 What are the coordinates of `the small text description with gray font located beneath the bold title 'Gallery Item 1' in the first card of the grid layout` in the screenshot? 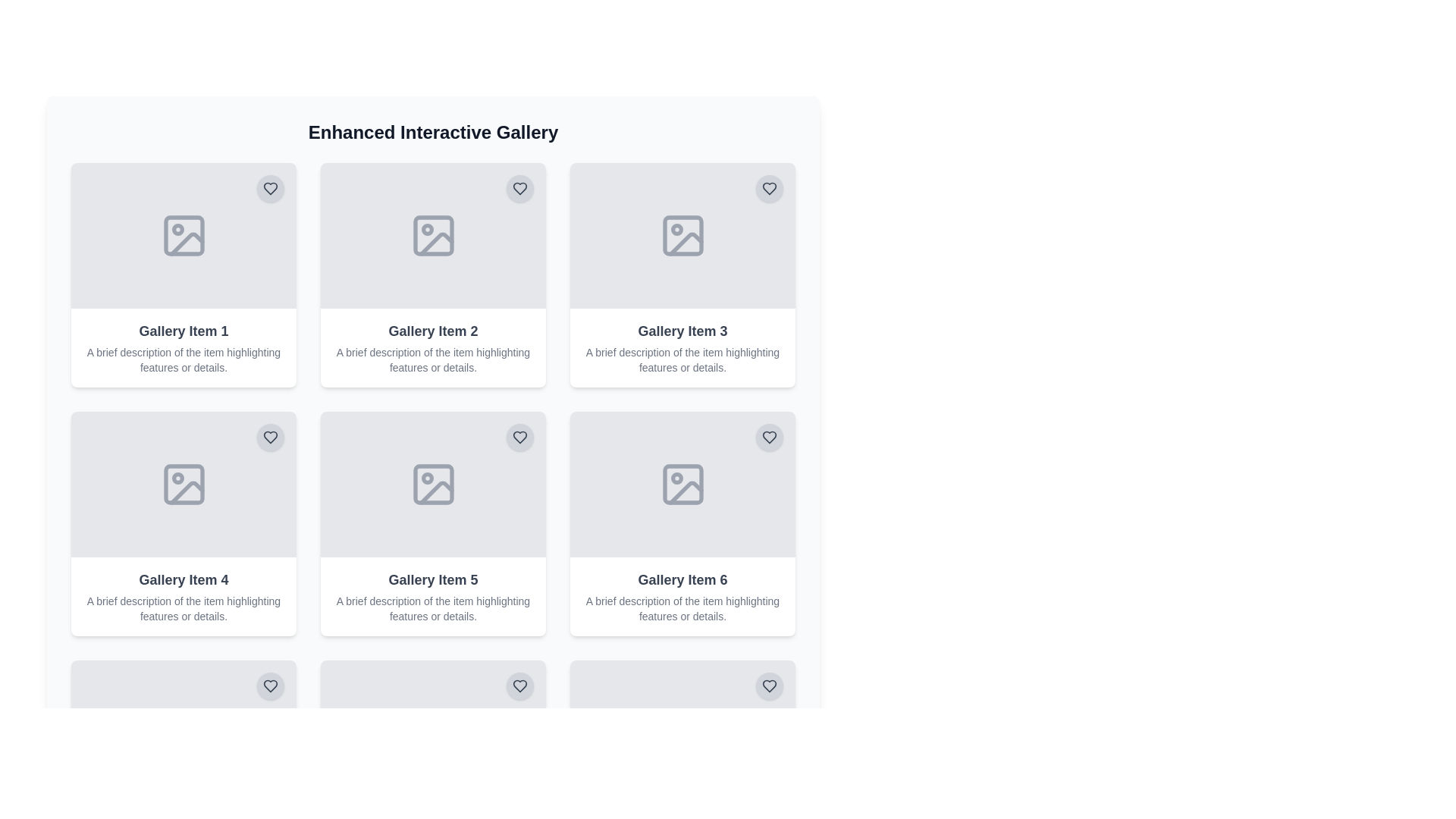 It's located at (183, 359).